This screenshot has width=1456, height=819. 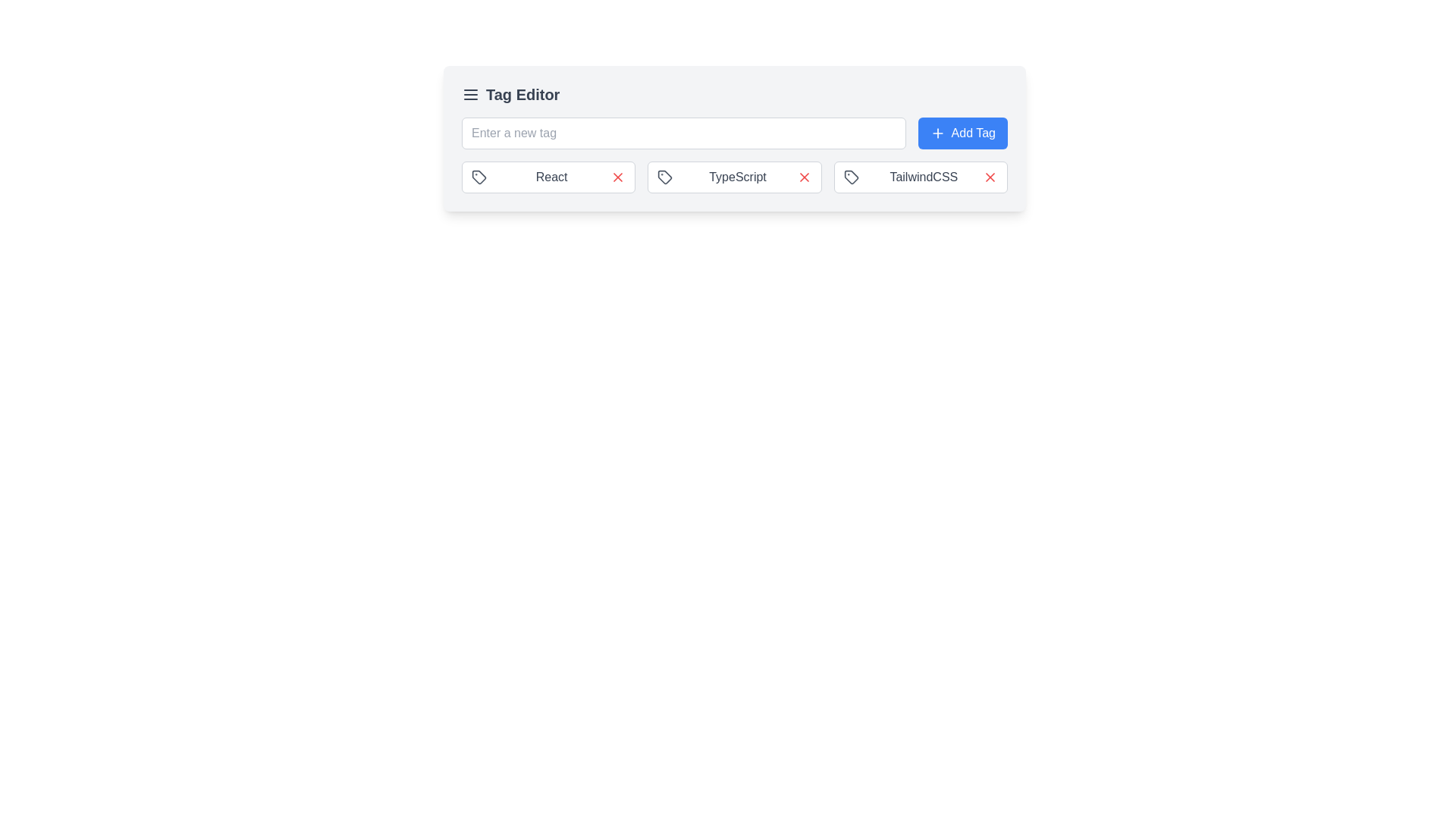 I want to click on the 'Tag Editor' text element, which is a bold and large gray font heading located in the top-left section of the interface, positioned prominently to the right of a navigation icon, so click(x=522, y=94).